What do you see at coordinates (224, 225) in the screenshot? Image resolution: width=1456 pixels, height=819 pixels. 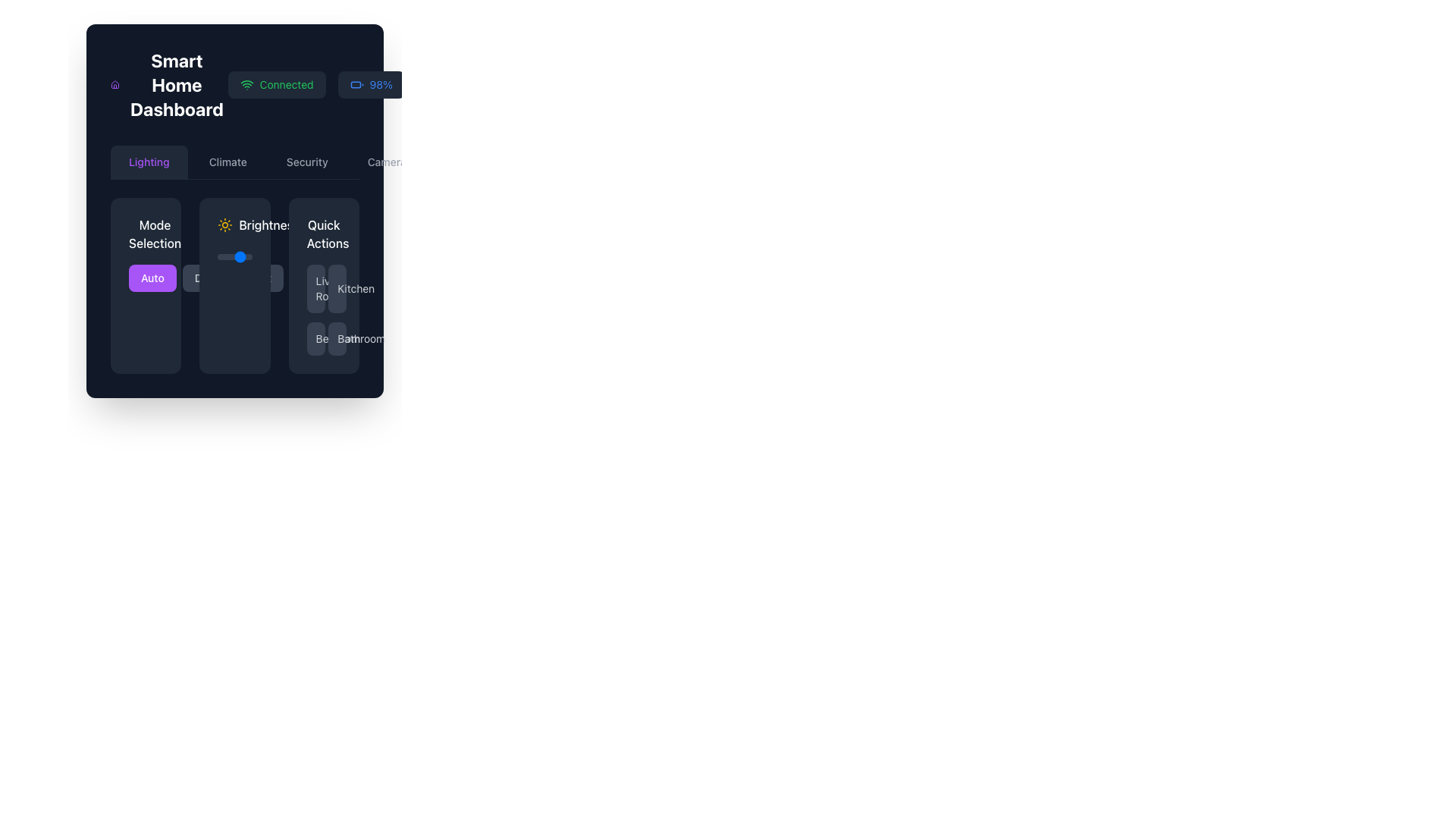 I see `the brightness indicator by clicking on the brightness icon located at the top-left corner of the 'Brightness' card in the 'Lighting' section of the dashboard` at bounding box center [224, 225].